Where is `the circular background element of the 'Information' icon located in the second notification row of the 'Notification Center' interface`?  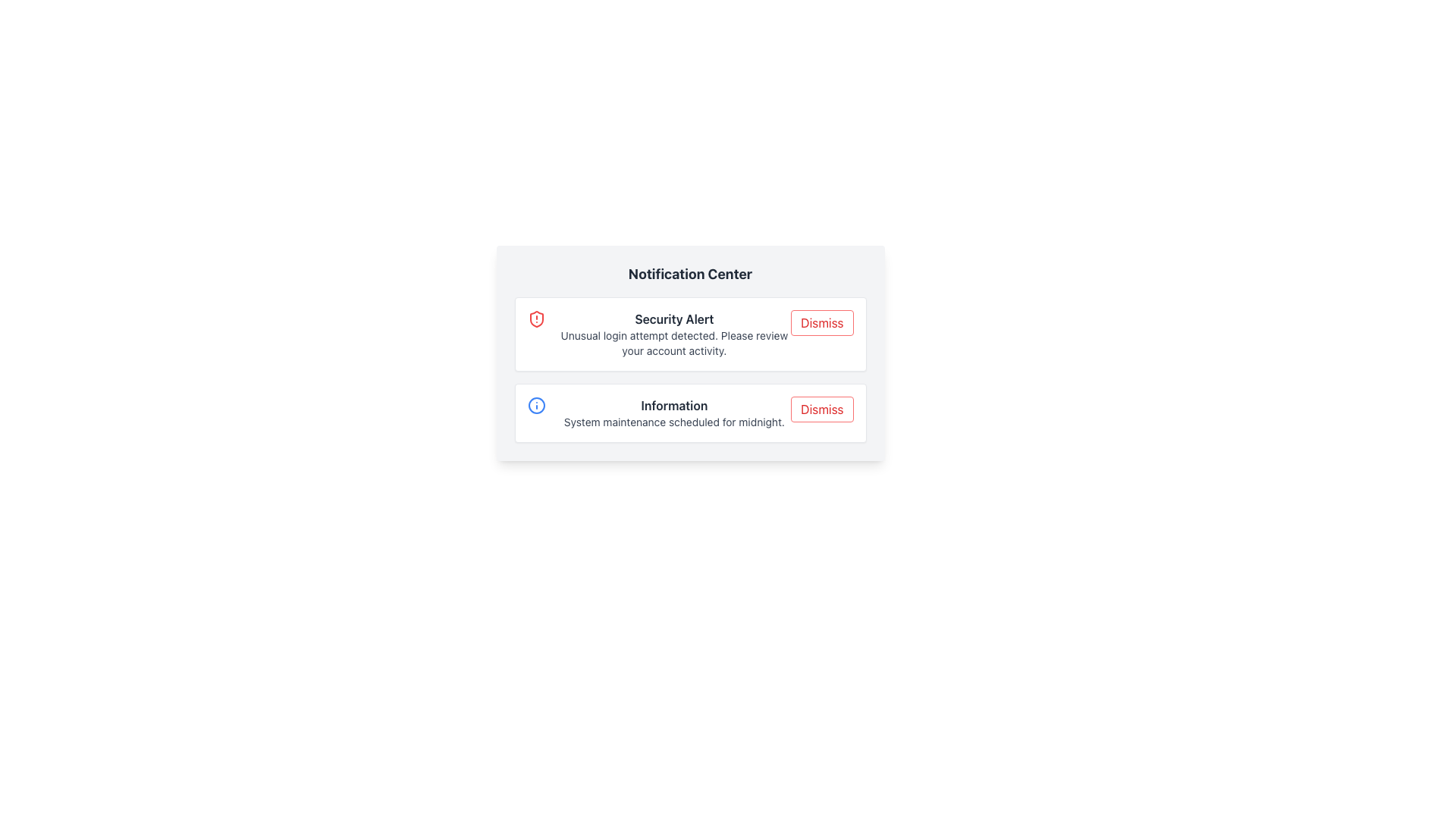 the circular background element of the 'Information' icon located in the second notification row of the 'Notification Center' interface is located at coordinates (536, 405).